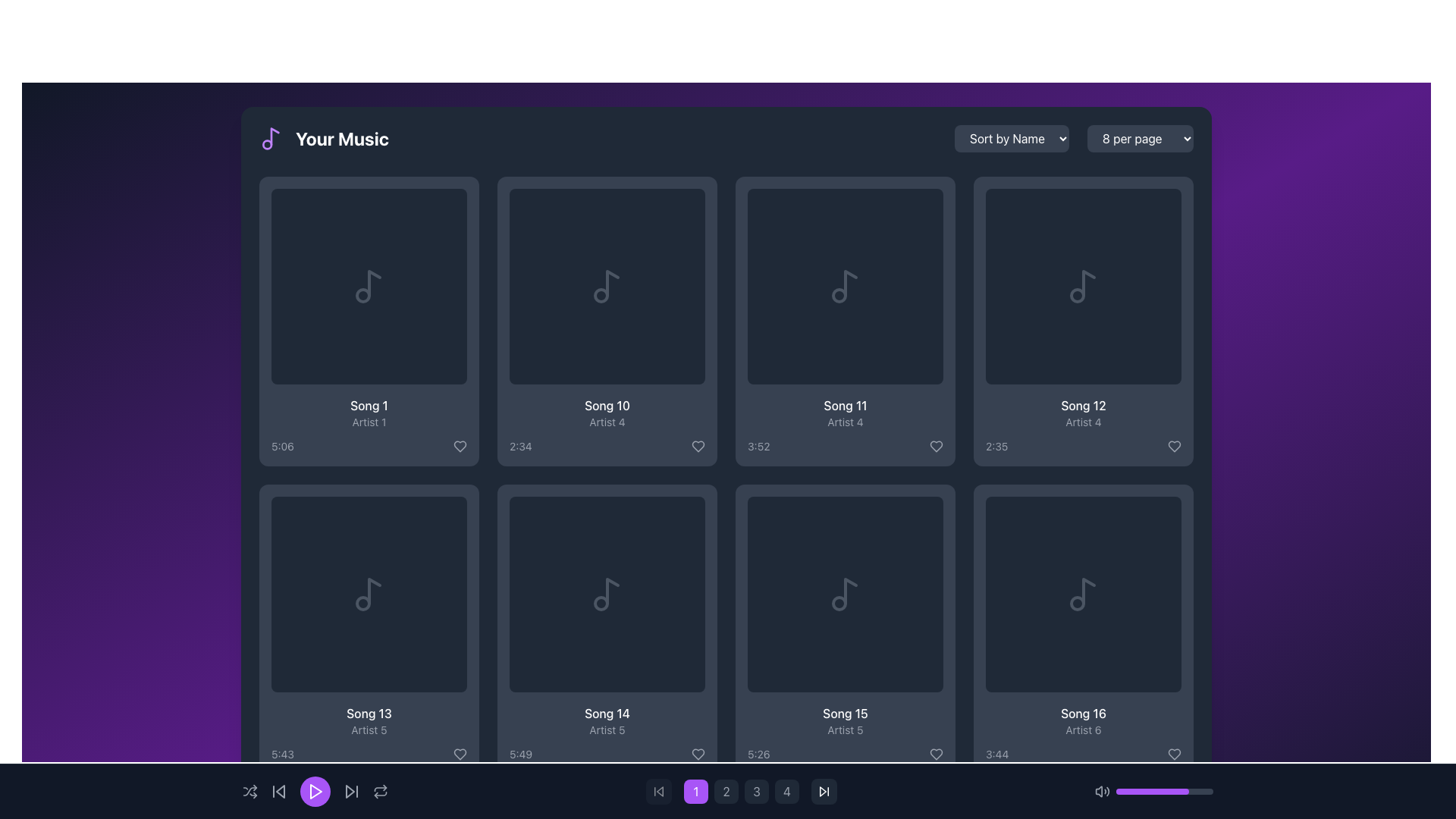 This screenshot has height=819, width=1456. I want to click on the text label displaying 'Artist 6' located under the song title 'Song 16' in the bottom-right section of the grid layout, so click(1083, 730).